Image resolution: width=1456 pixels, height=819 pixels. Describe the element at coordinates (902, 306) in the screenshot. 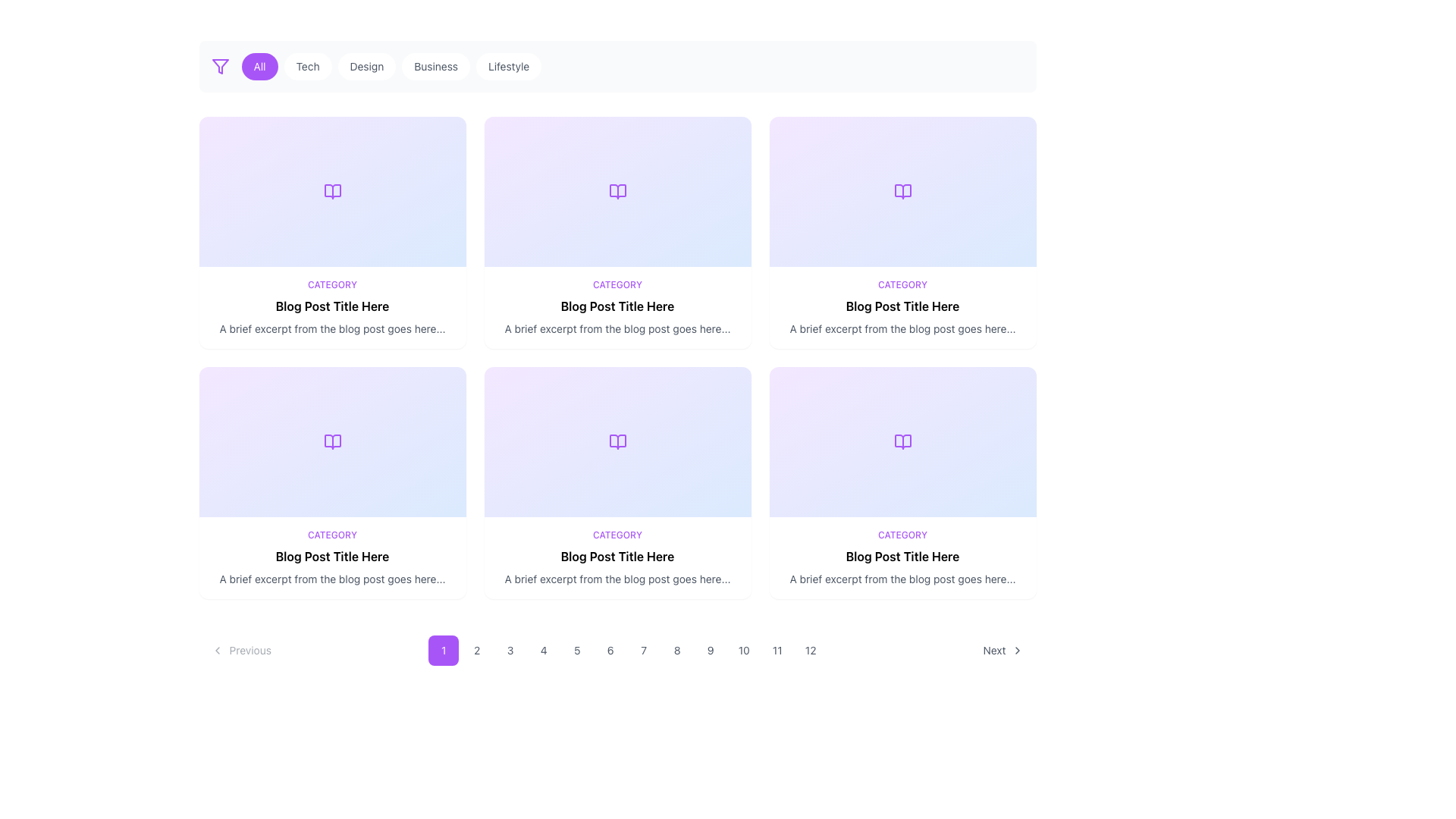

I see `the 'Blog Post Title Here' text label, which is bold and changes to purple on hover, located in the second column of the first row of a structured card layout` at that location.